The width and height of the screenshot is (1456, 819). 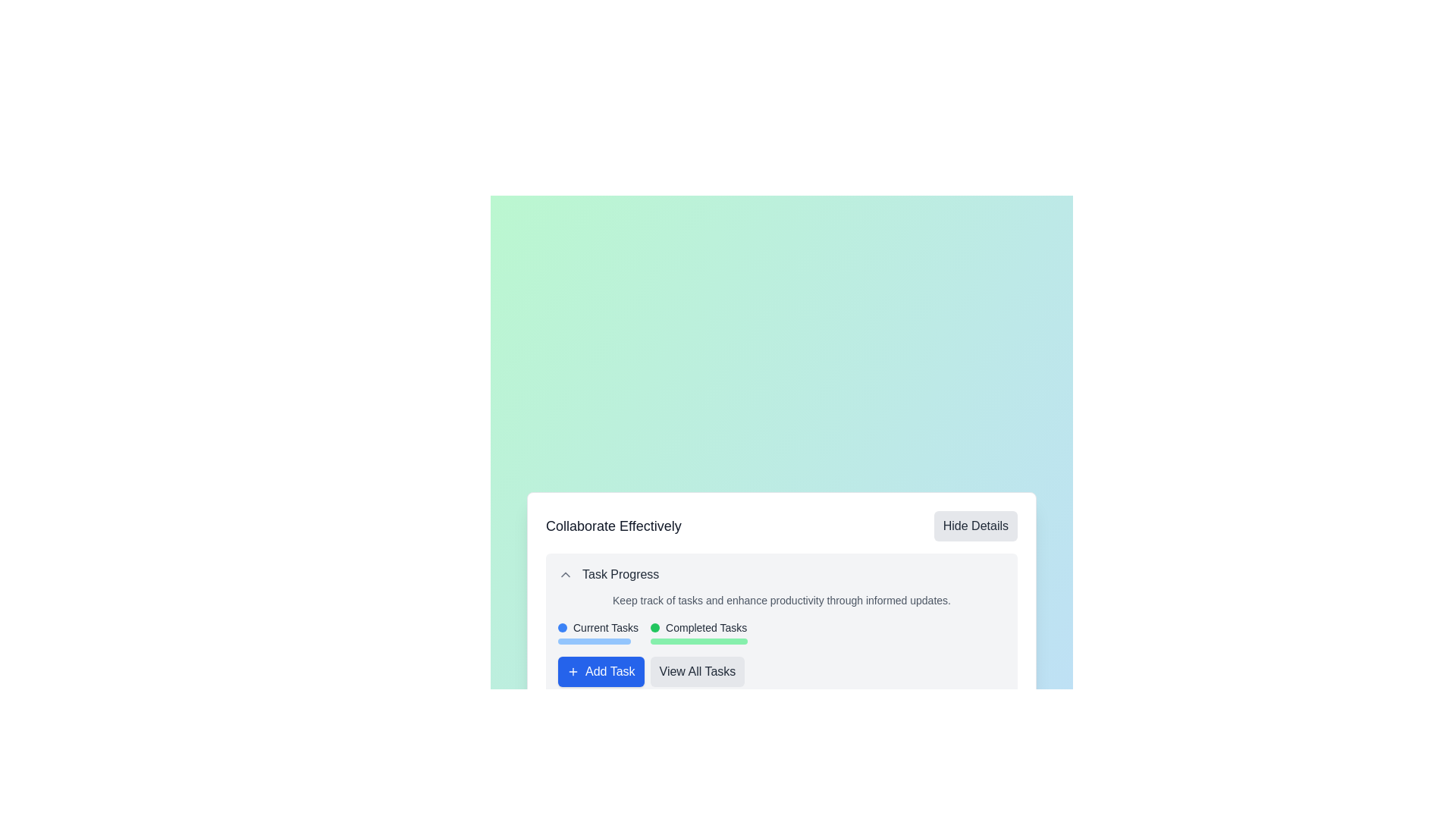 I want to click on the progress indicator of the 'Completed Tasks' text label, which features a green circular indicator and is part of a task-tracking interface, so click(x=698, y=632).